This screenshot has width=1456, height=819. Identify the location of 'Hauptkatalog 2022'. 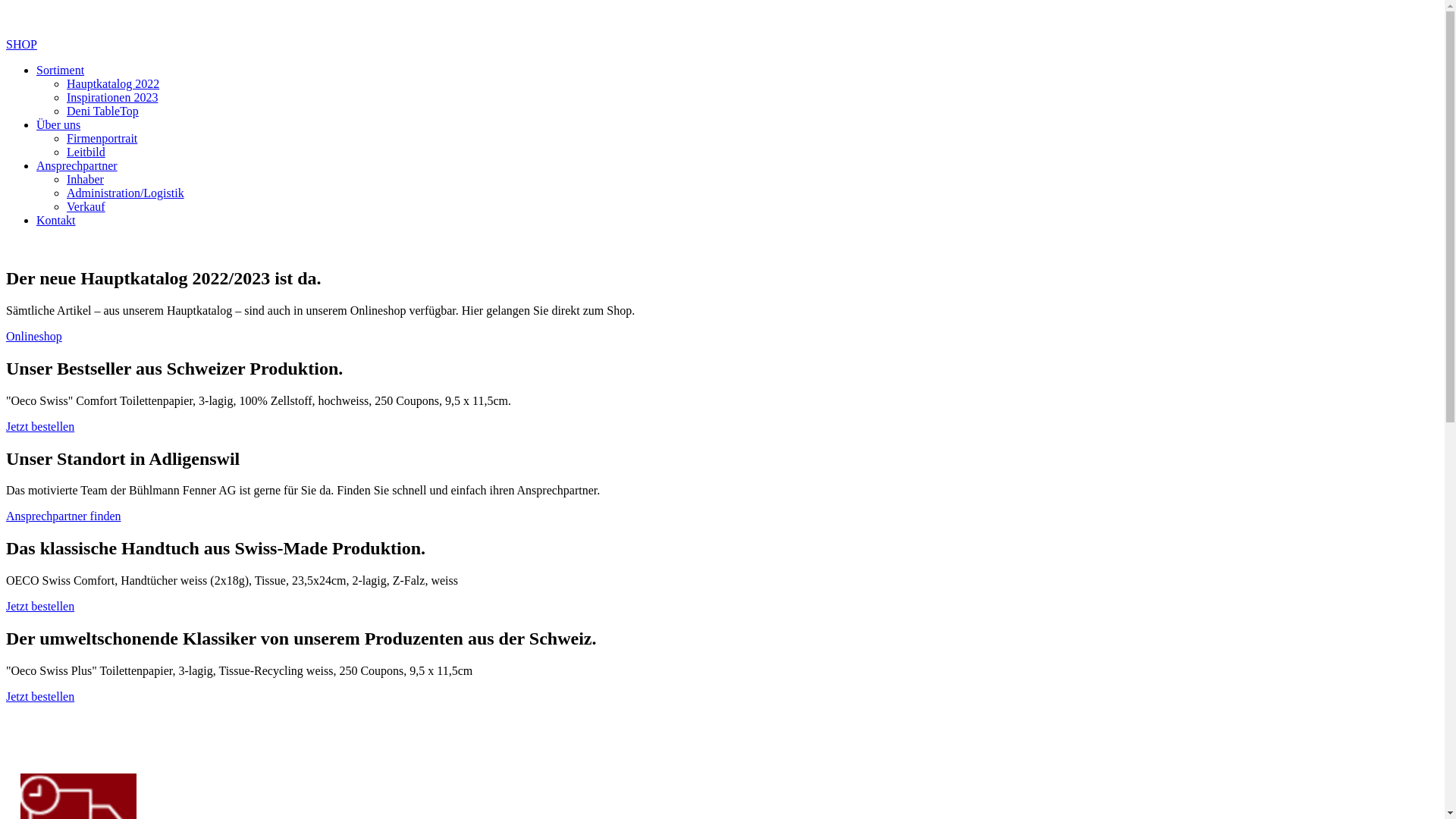
(111, 83).